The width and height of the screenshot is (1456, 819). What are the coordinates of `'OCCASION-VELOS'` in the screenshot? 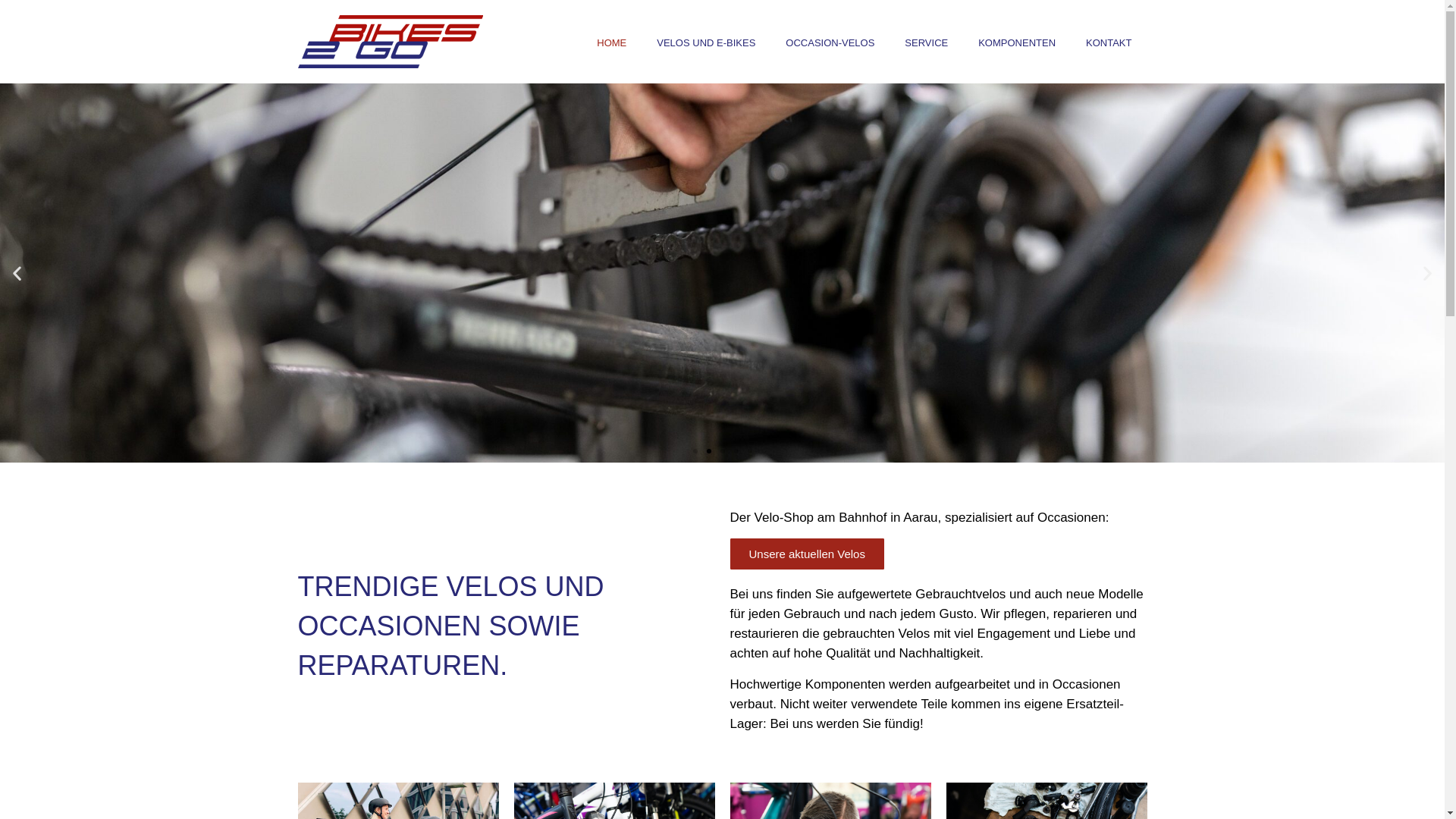 It's located at (829, 42).